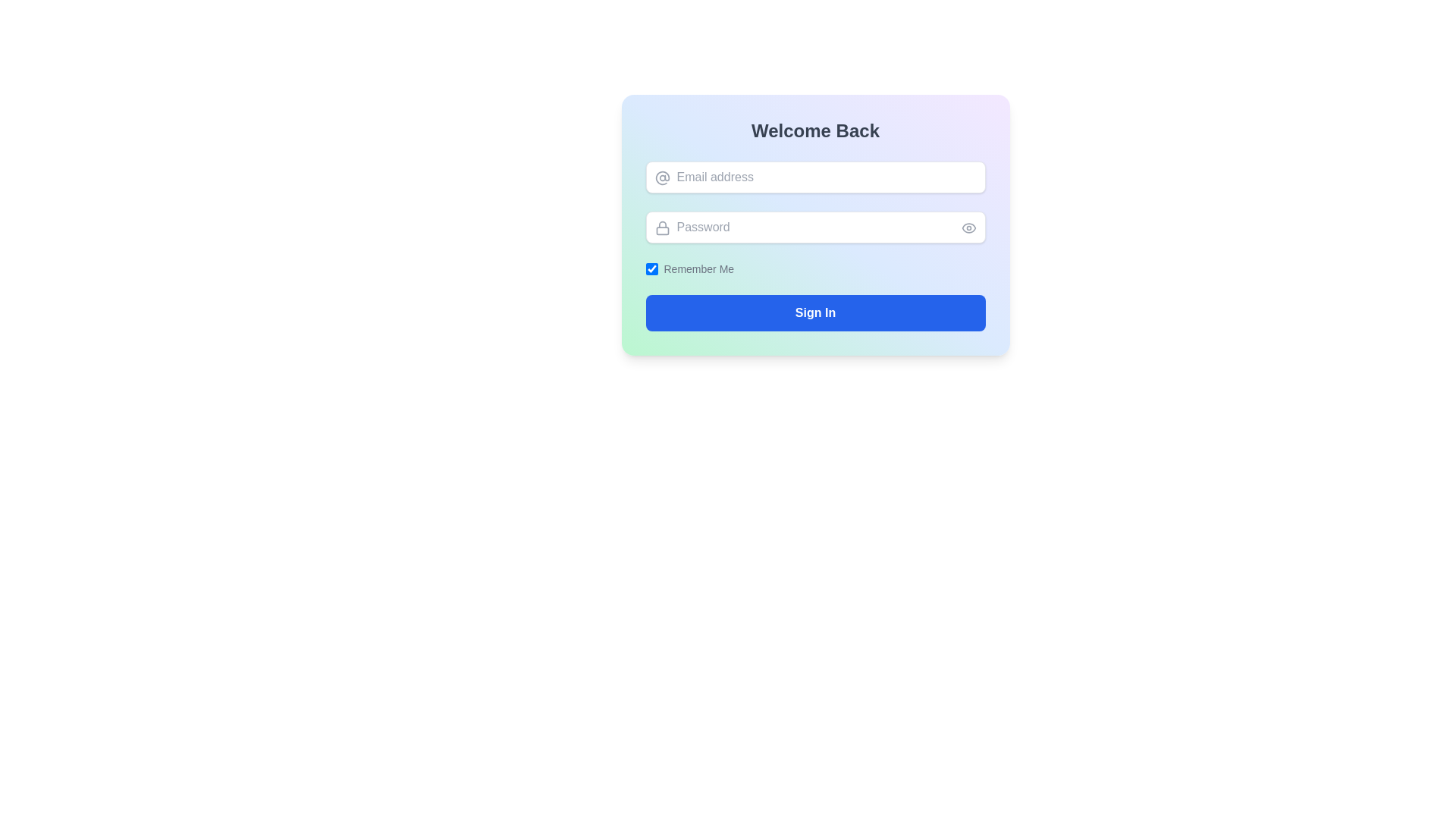 The width and height of the screenshot is (1456, 819). What do you see at coordinates (814, 227) in the screenshot?
I see `the password input field in the login form to focus and start inputting the password` at bounding box center [814, 227].